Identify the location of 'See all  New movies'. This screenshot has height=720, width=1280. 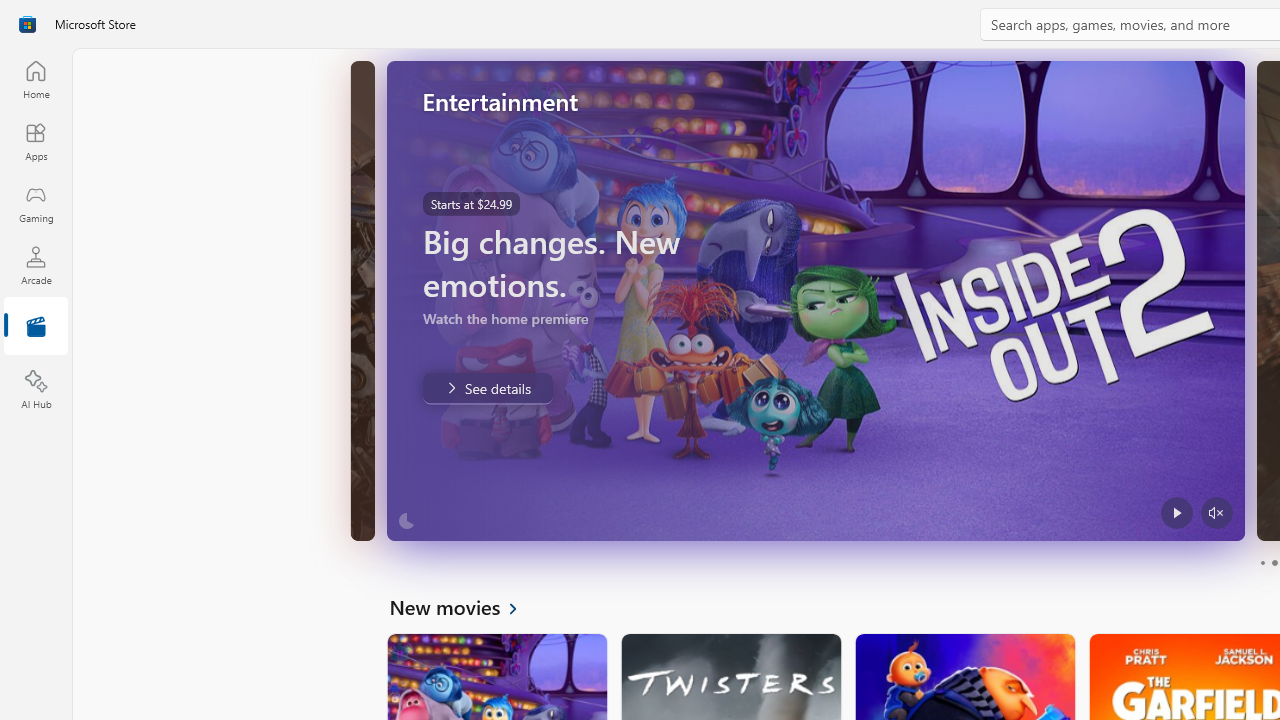
(464, 605).